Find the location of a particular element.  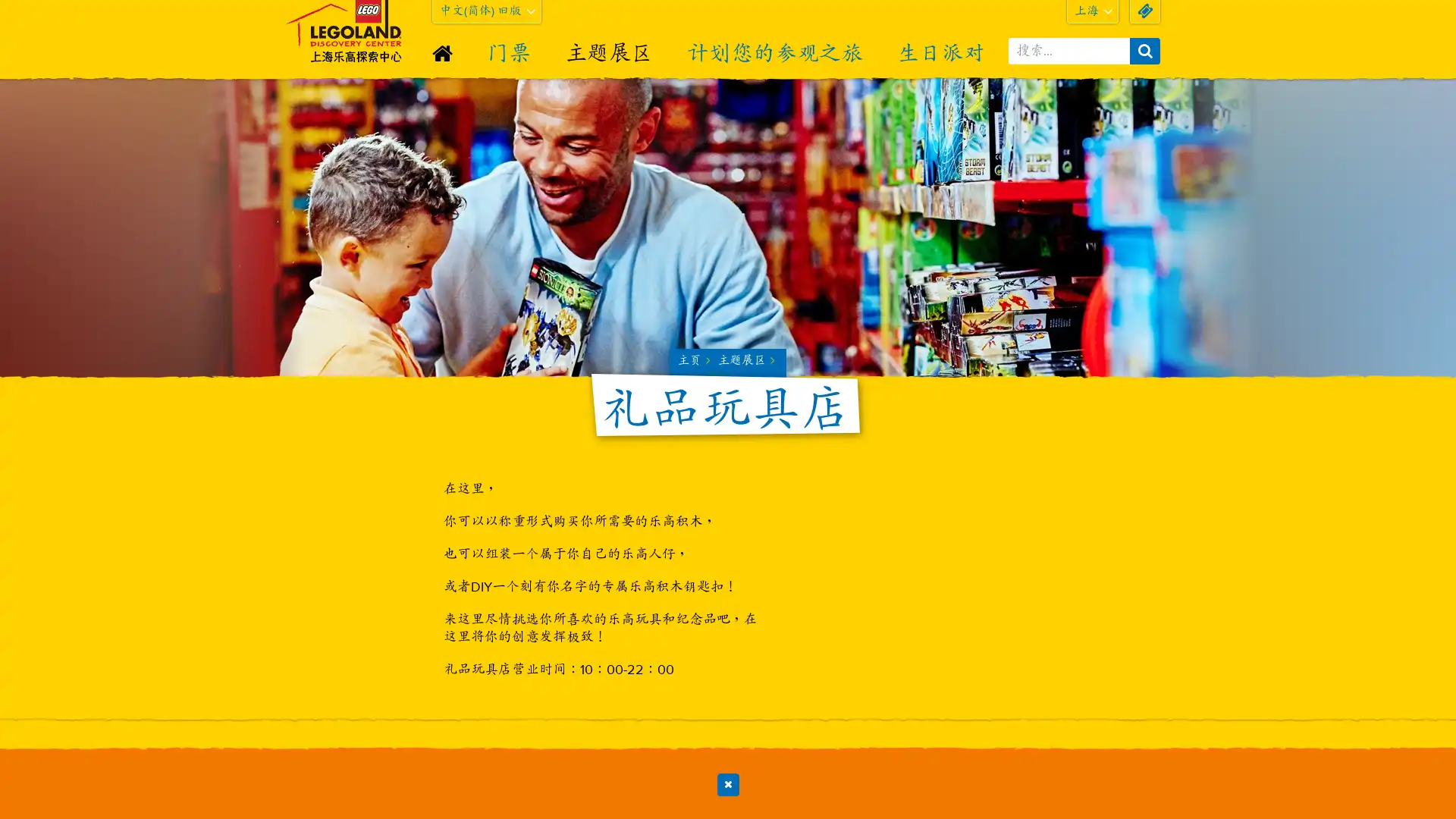

slide right is located at coordinates (1146, 762).